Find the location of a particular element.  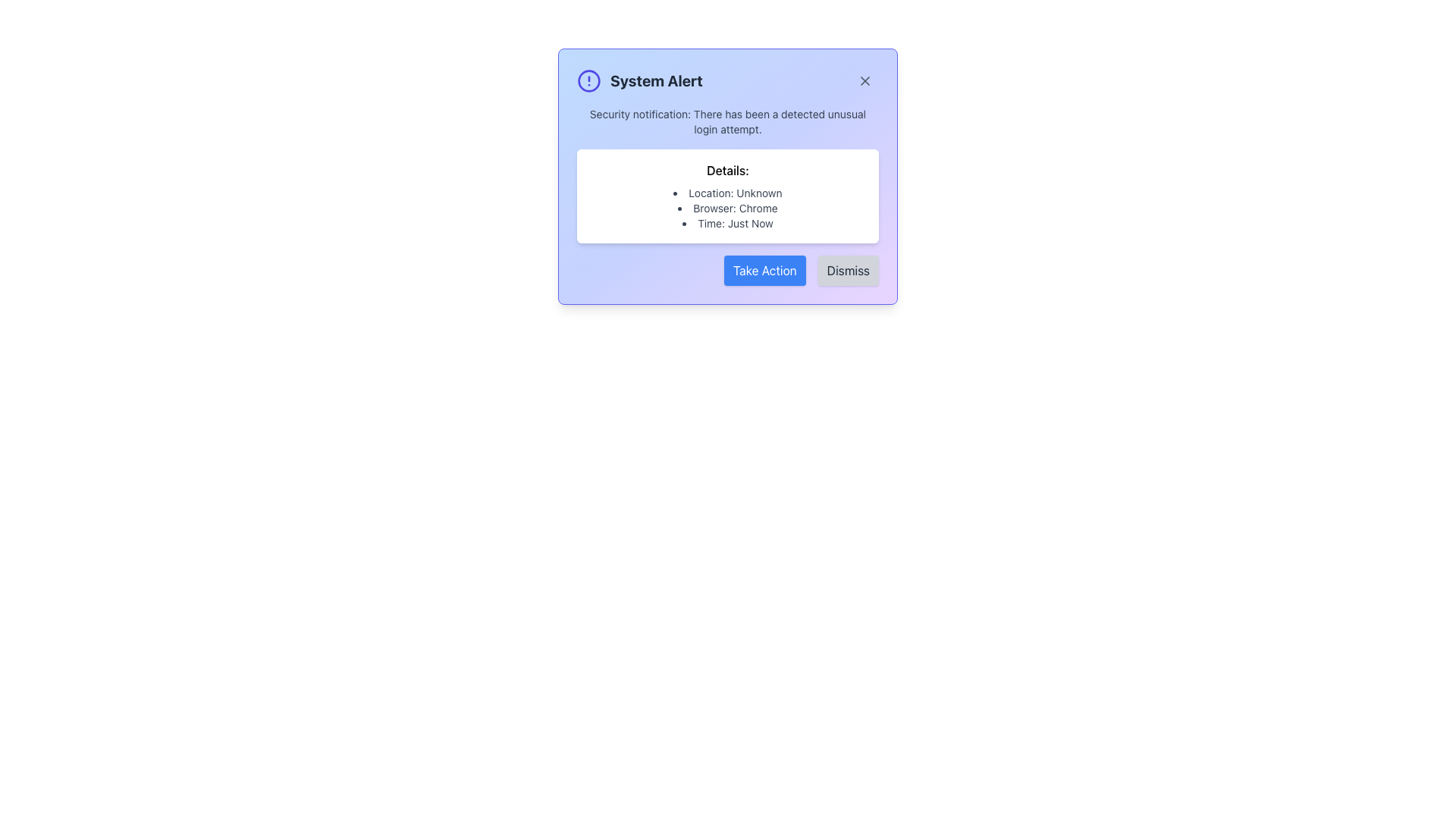

the 'Take Action' button located in the bottom-right corner of the security alert panel to proceed to the security response page is located at coordinates (728, 270).